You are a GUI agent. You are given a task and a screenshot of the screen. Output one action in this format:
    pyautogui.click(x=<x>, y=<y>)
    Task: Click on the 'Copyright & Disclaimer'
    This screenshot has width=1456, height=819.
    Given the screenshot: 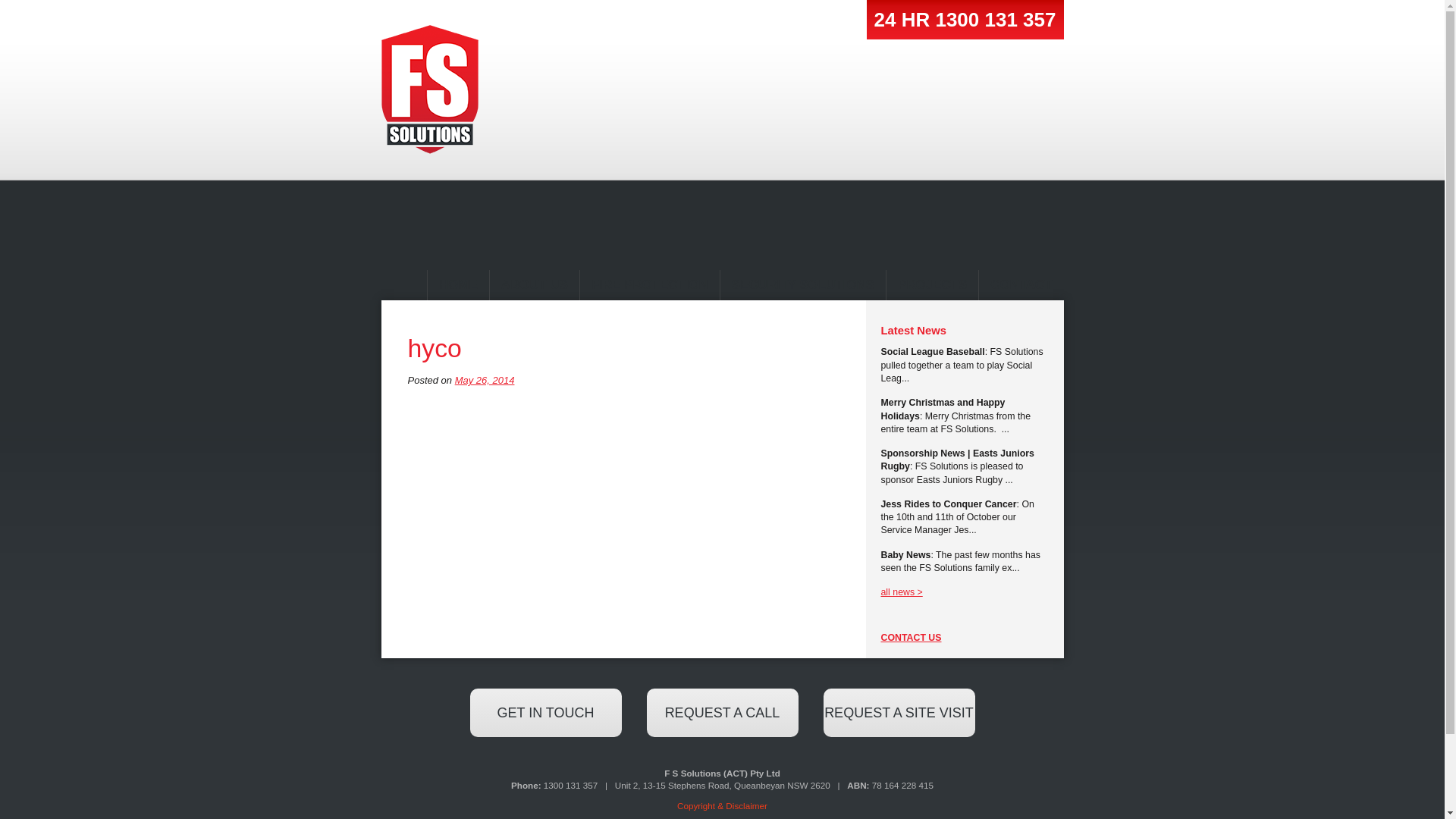 What is the action you would take?
    pyautogui.click(x=721, y=805)
    